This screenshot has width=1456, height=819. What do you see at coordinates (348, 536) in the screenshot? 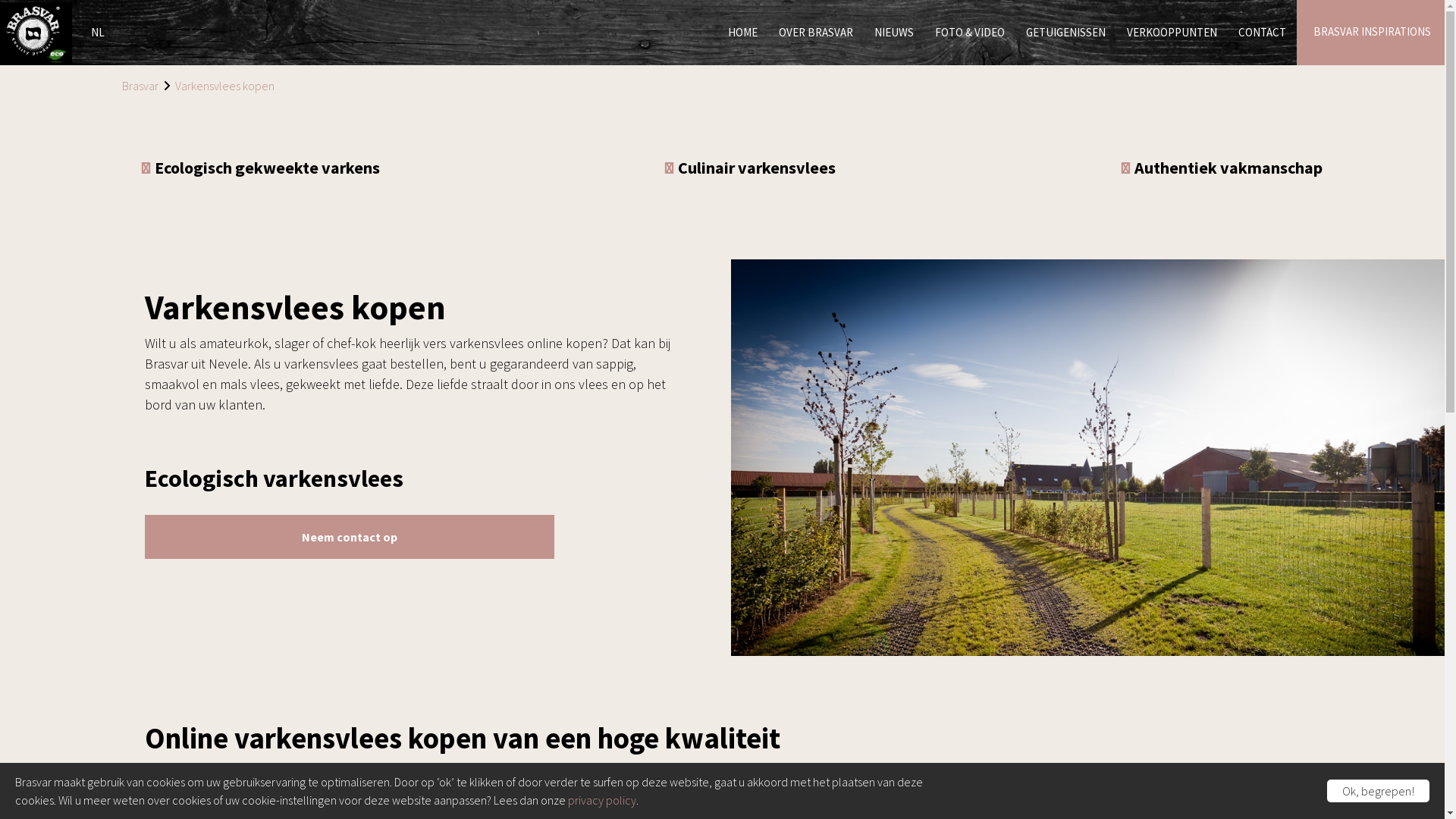
I see `'Neem contact op'` at bounding box center [348, 536].